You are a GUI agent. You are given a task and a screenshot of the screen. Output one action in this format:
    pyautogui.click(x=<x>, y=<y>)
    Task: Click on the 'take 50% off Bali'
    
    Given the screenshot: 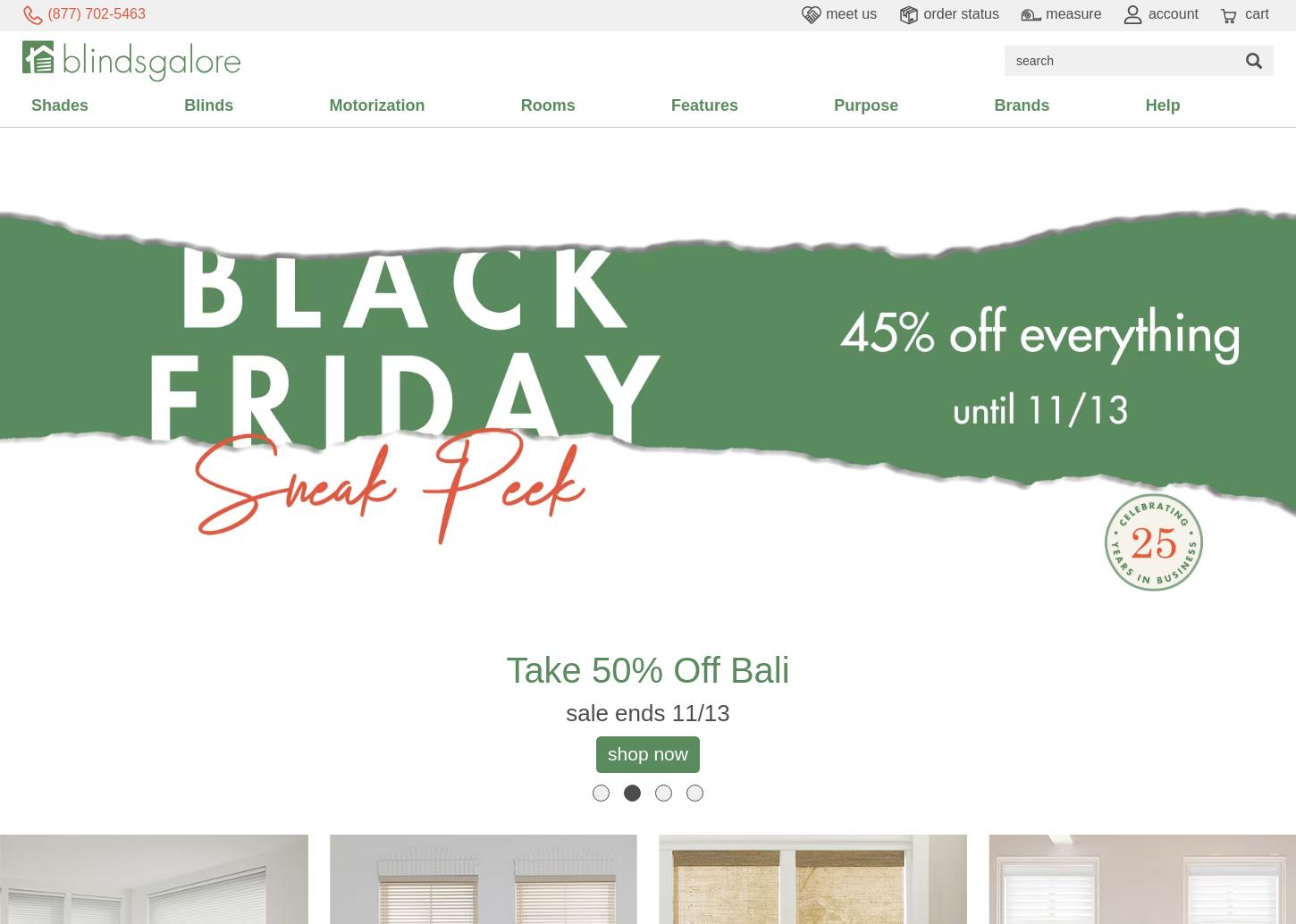 What is the action you would take?
    pyautogui.click(x=646, y=669)
    